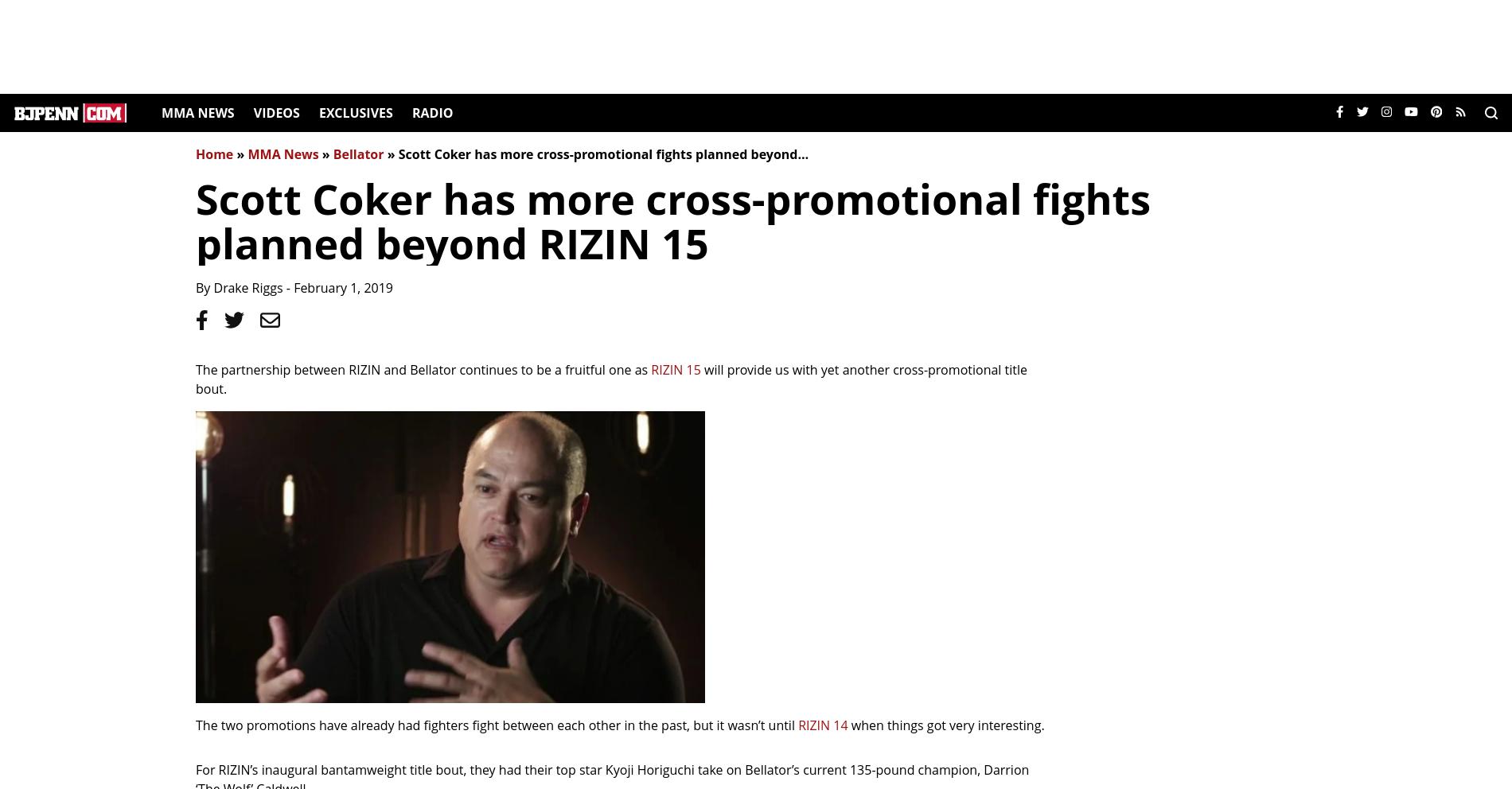  Describe the element at coordinates (332, 154) in the screenshot. I see `'Bellator'` at that location.